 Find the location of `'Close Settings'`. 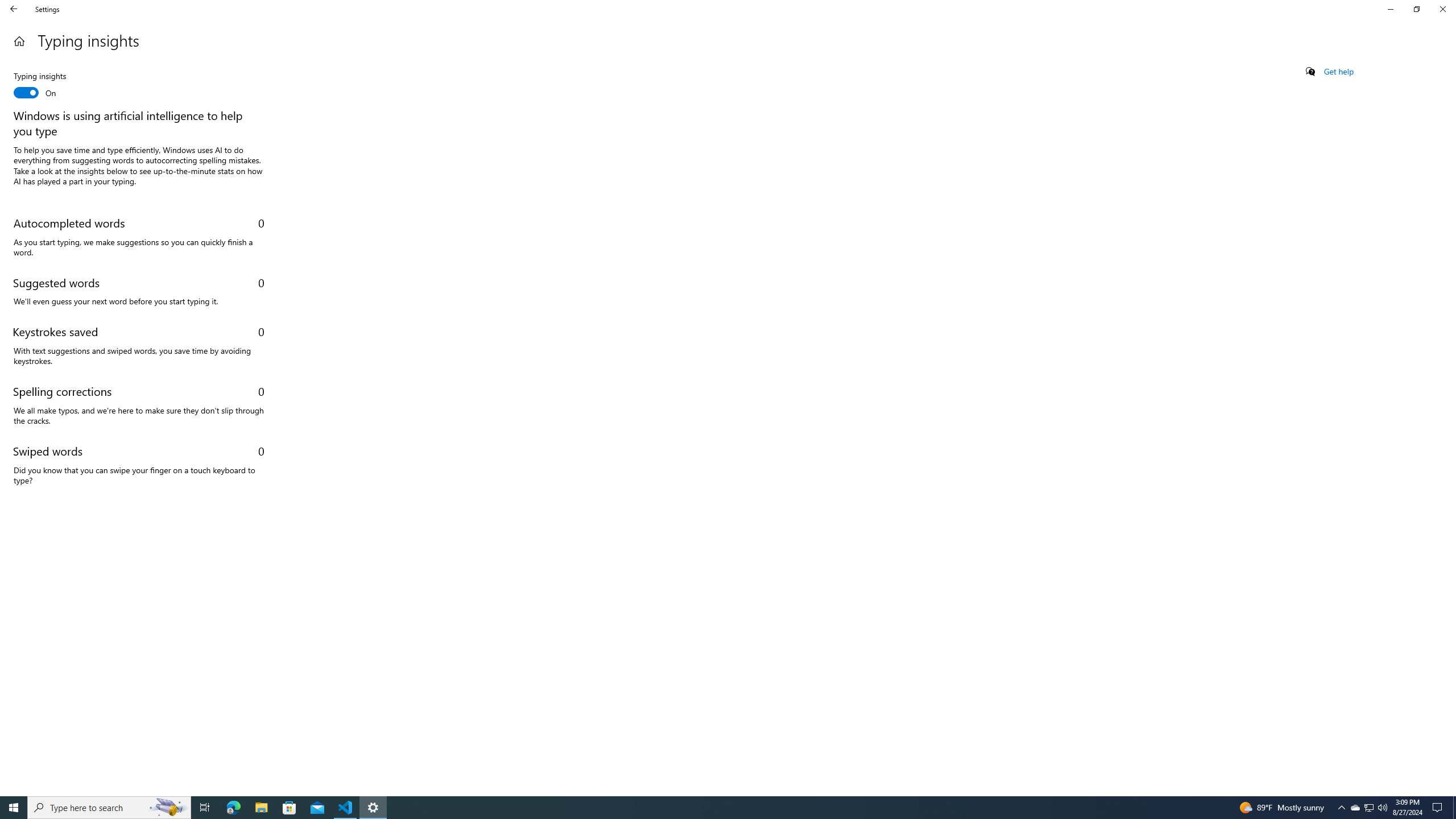

'Close Settings' is located at coordinates (1442, 9).